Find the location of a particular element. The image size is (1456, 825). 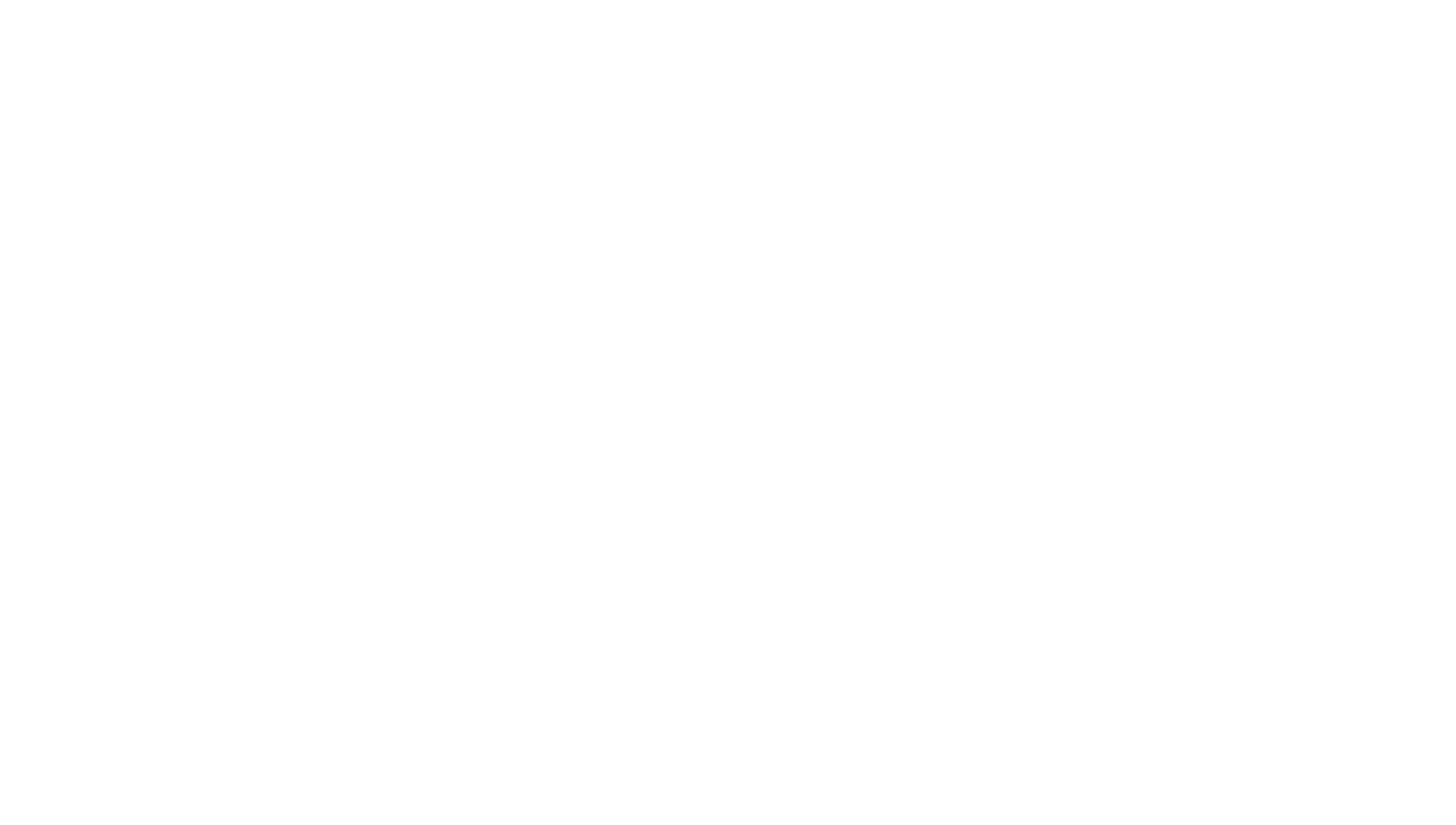

'Eastern Acoustic Works has launched its new SM12 Stage Monitor, which incorporates acoustic design cues from the company’s Microwedge line.' is located at coordinates (646, 586).